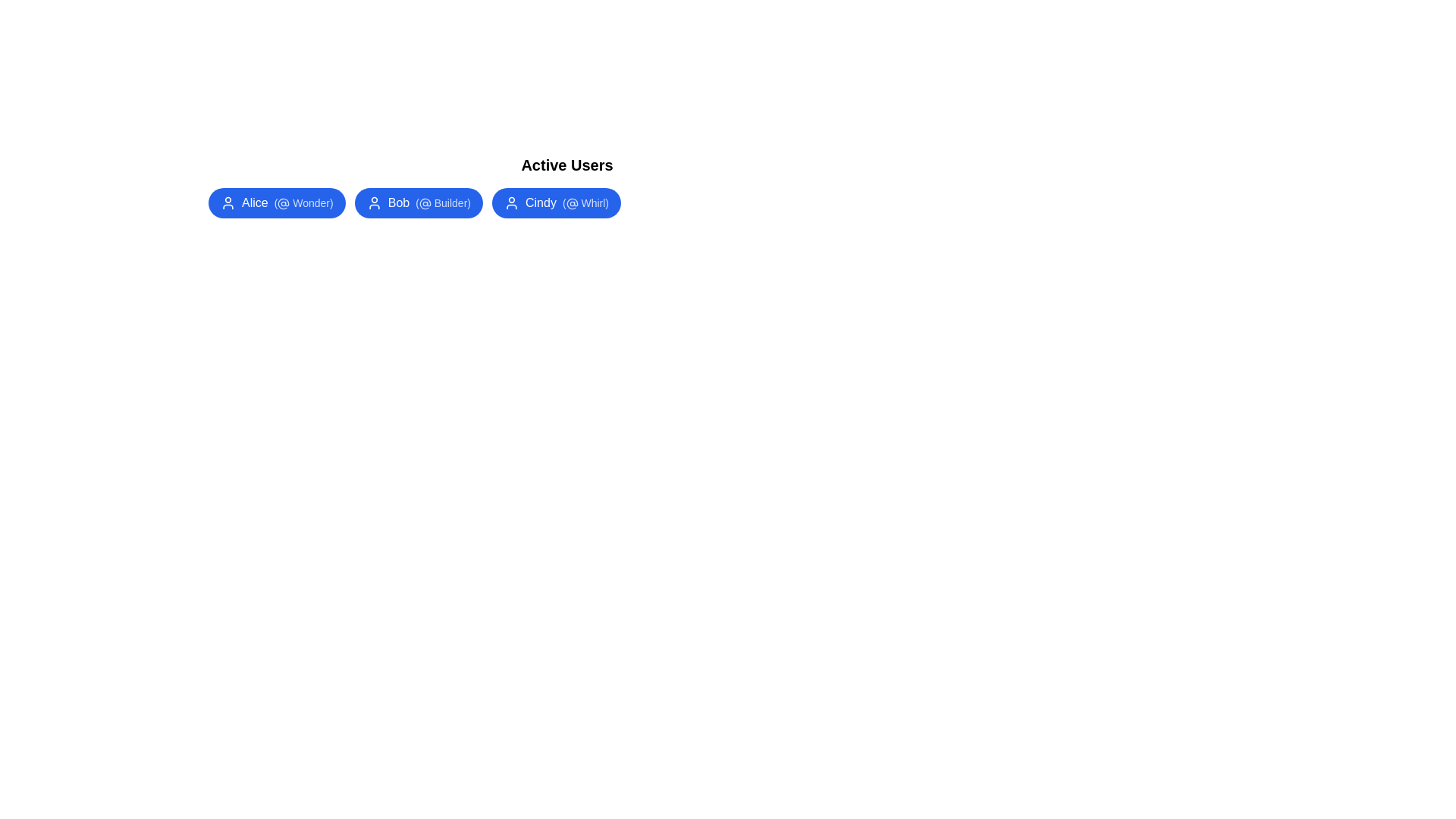  I want to click on the alias Wonder within the user chip, so click(303, 202).